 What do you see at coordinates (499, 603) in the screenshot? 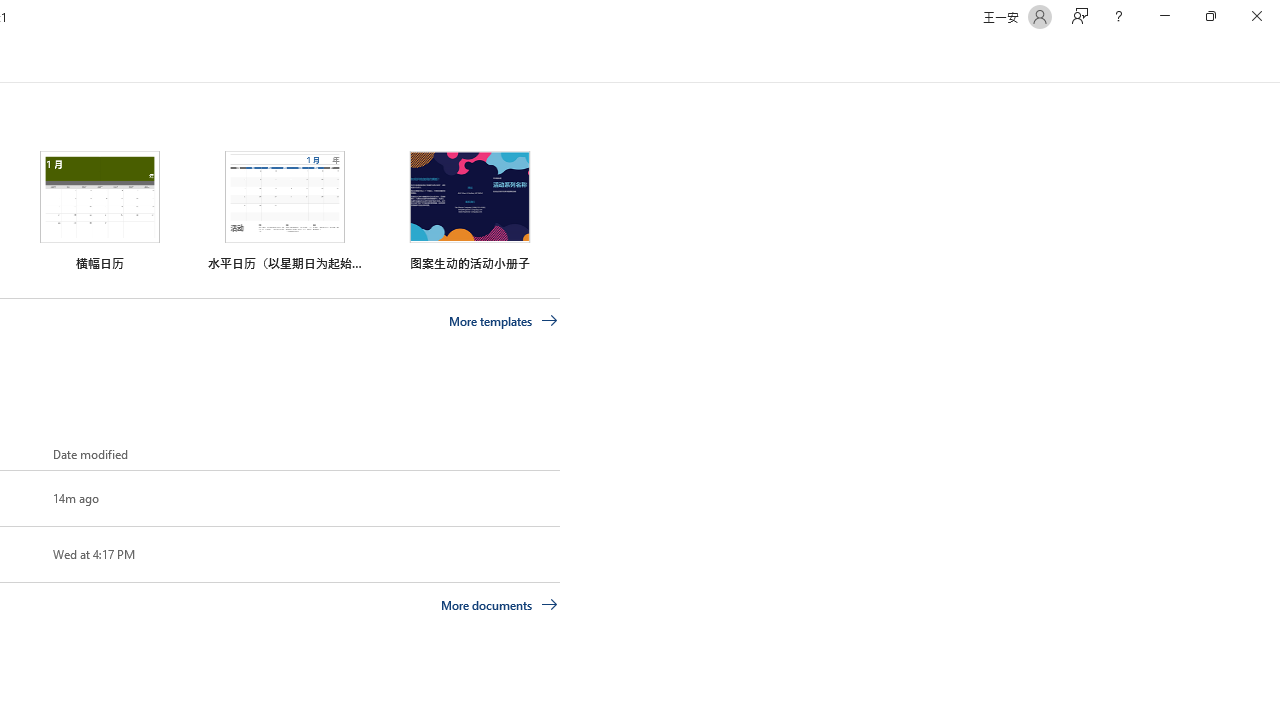
I see `'More documents'` at bounding box center [499, 603].